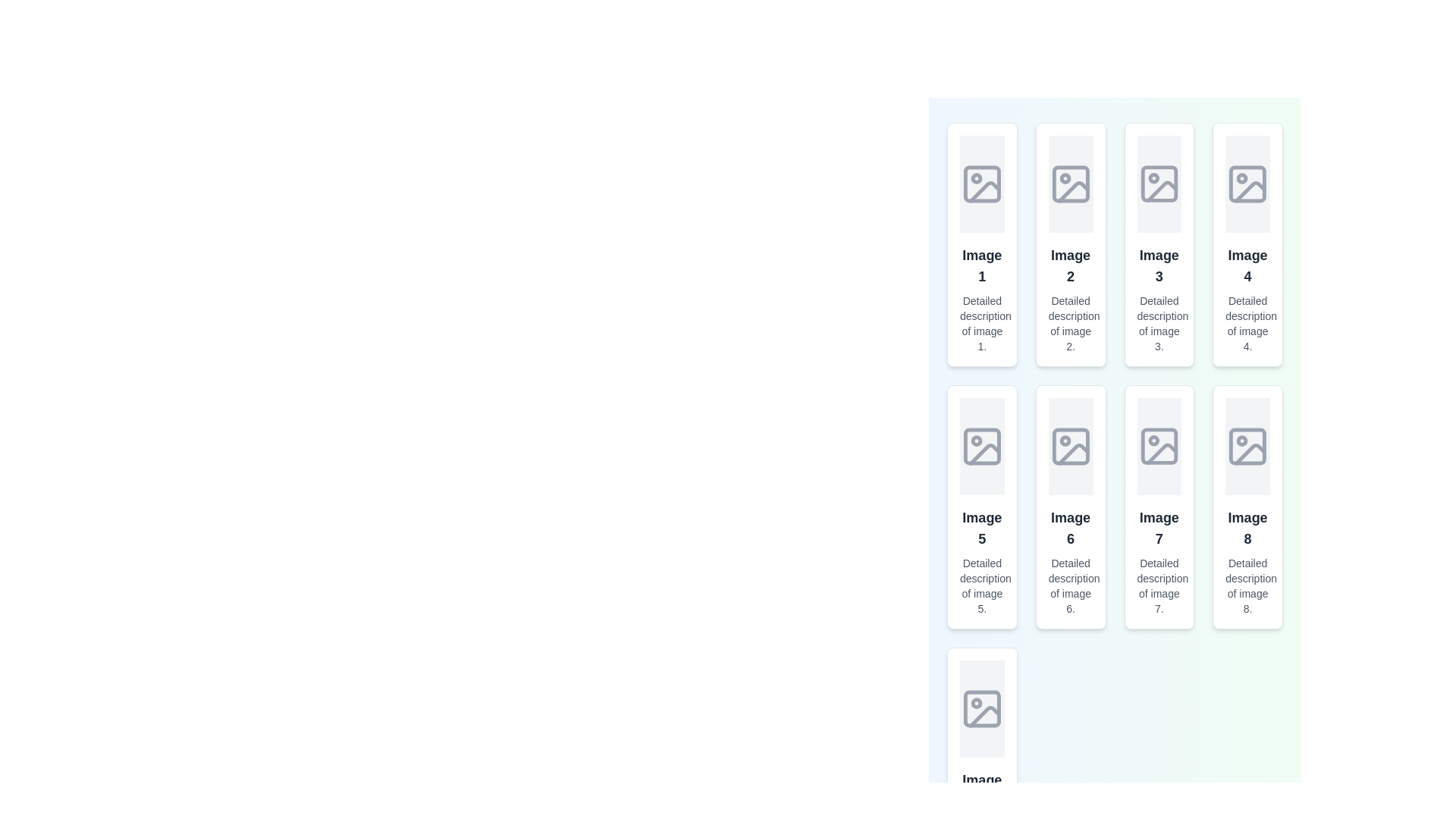 This screenshot has width=1456, height=819. I want to click on the text label that identifies the card's content related to 'Image 2', which is positioned centrally in the grid layout, specifically the second item in the top row, so click(1070, 265).